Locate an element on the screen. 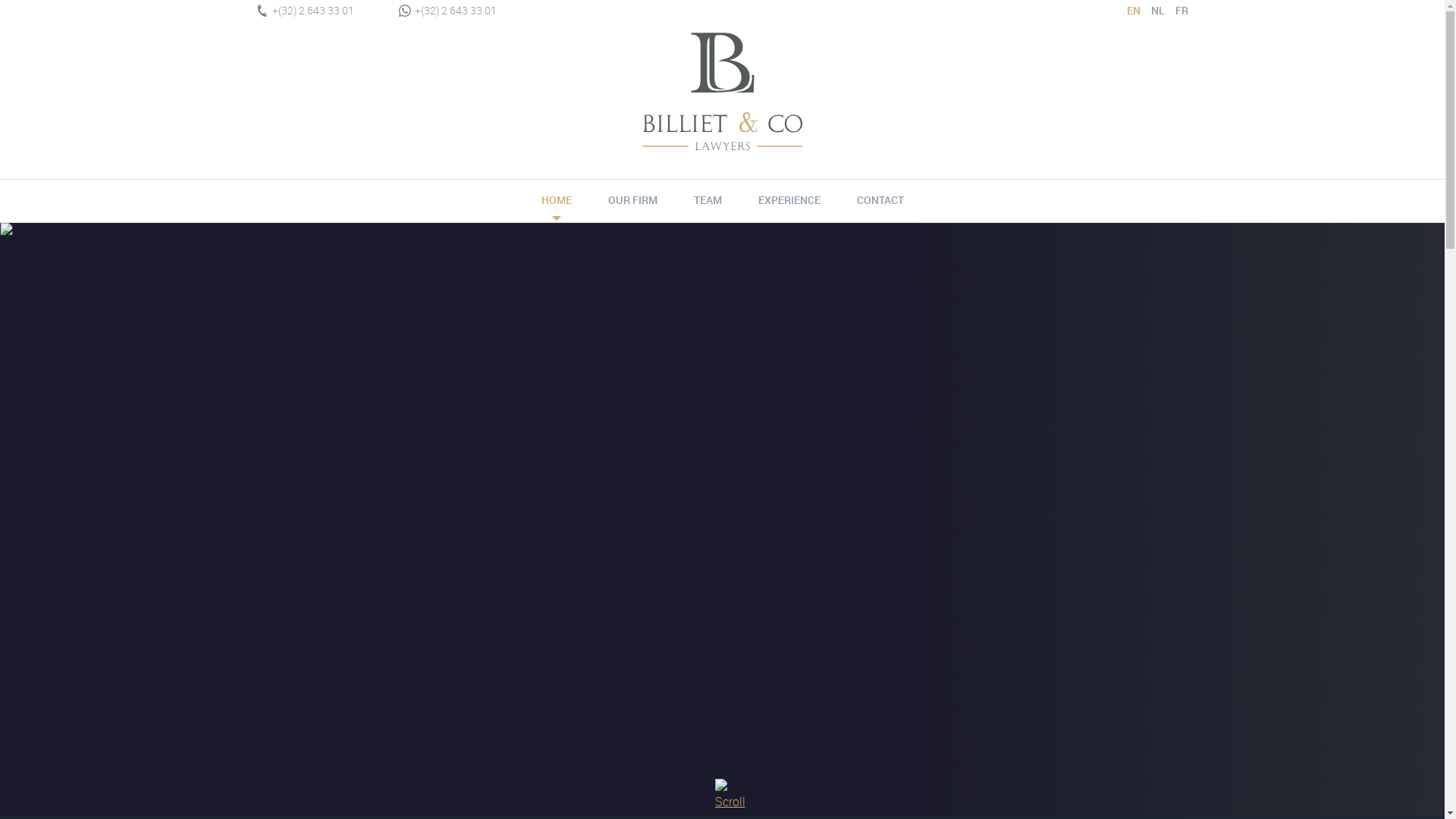 Image resolution: width=1456 pixels, height=819 pixels. 'FR' is located at coordinates (1175, 10).